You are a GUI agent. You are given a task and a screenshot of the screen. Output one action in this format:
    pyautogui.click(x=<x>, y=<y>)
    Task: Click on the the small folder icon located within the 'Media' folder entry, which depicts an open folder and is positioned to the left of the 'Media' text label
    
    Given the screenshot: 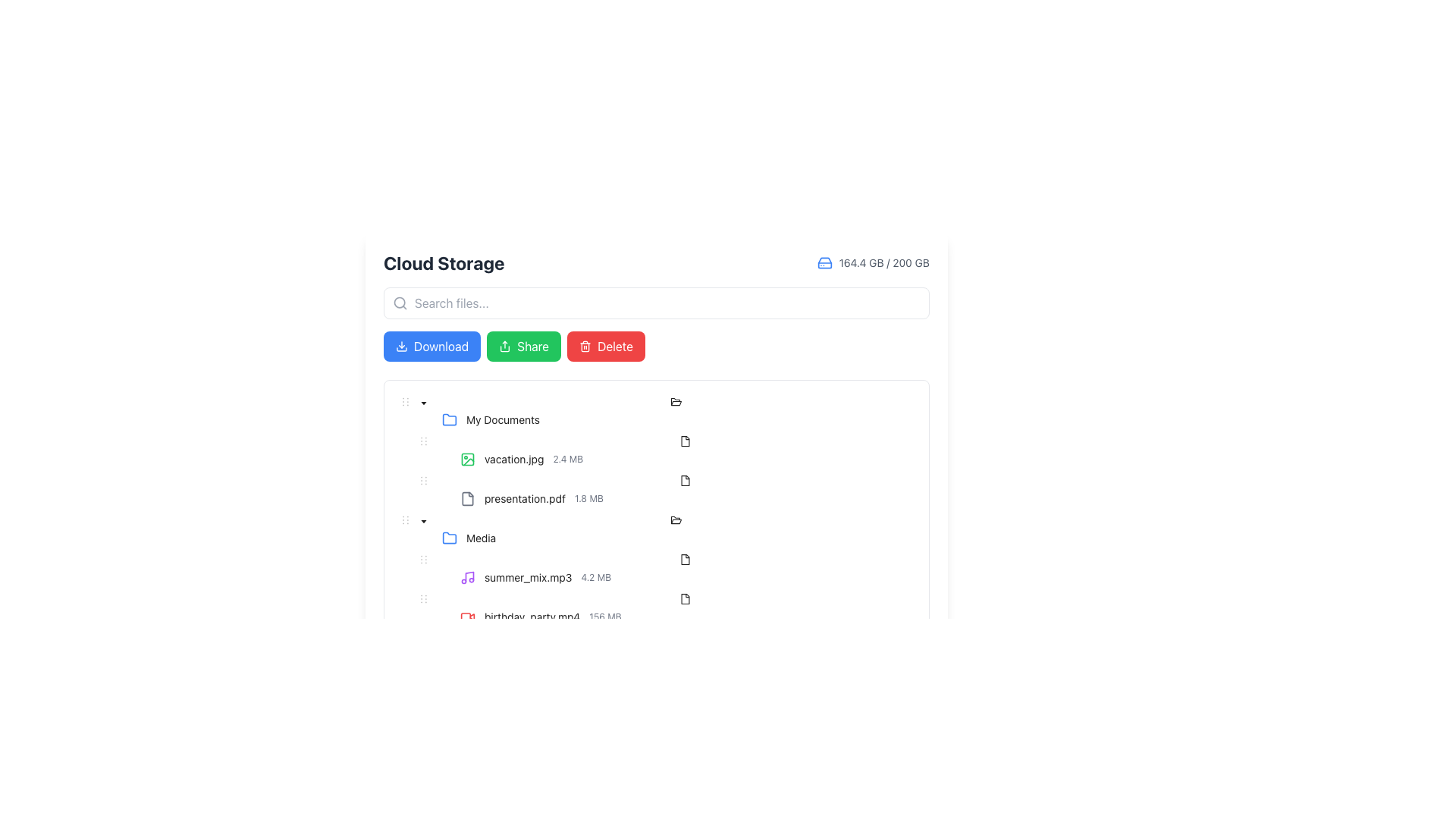 What is the action you would take?
    pyautogui.click(x=676, y=519)
    